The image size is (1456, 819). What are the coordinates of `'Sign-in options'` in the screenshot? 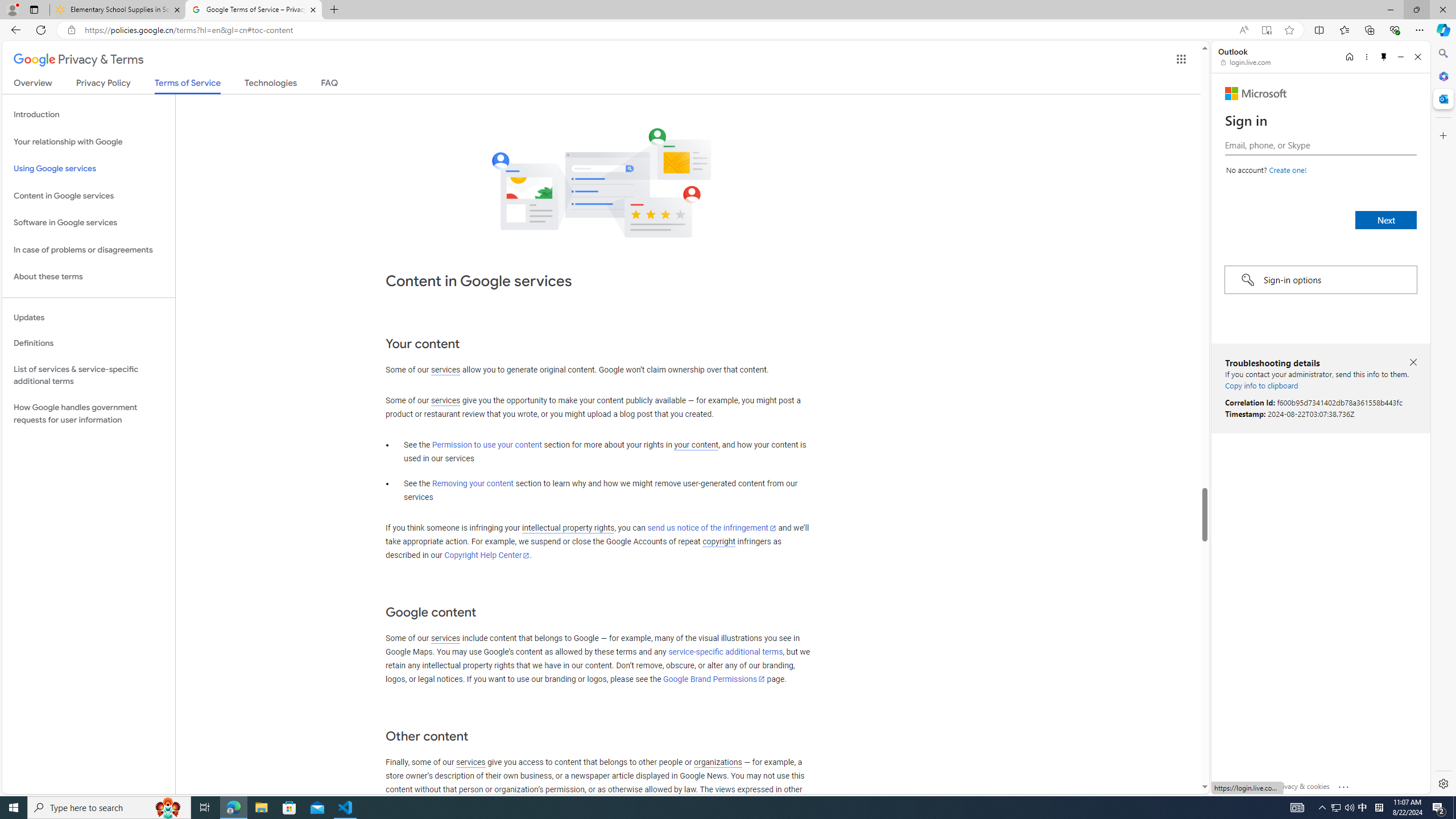 It's located at (1319, 279).